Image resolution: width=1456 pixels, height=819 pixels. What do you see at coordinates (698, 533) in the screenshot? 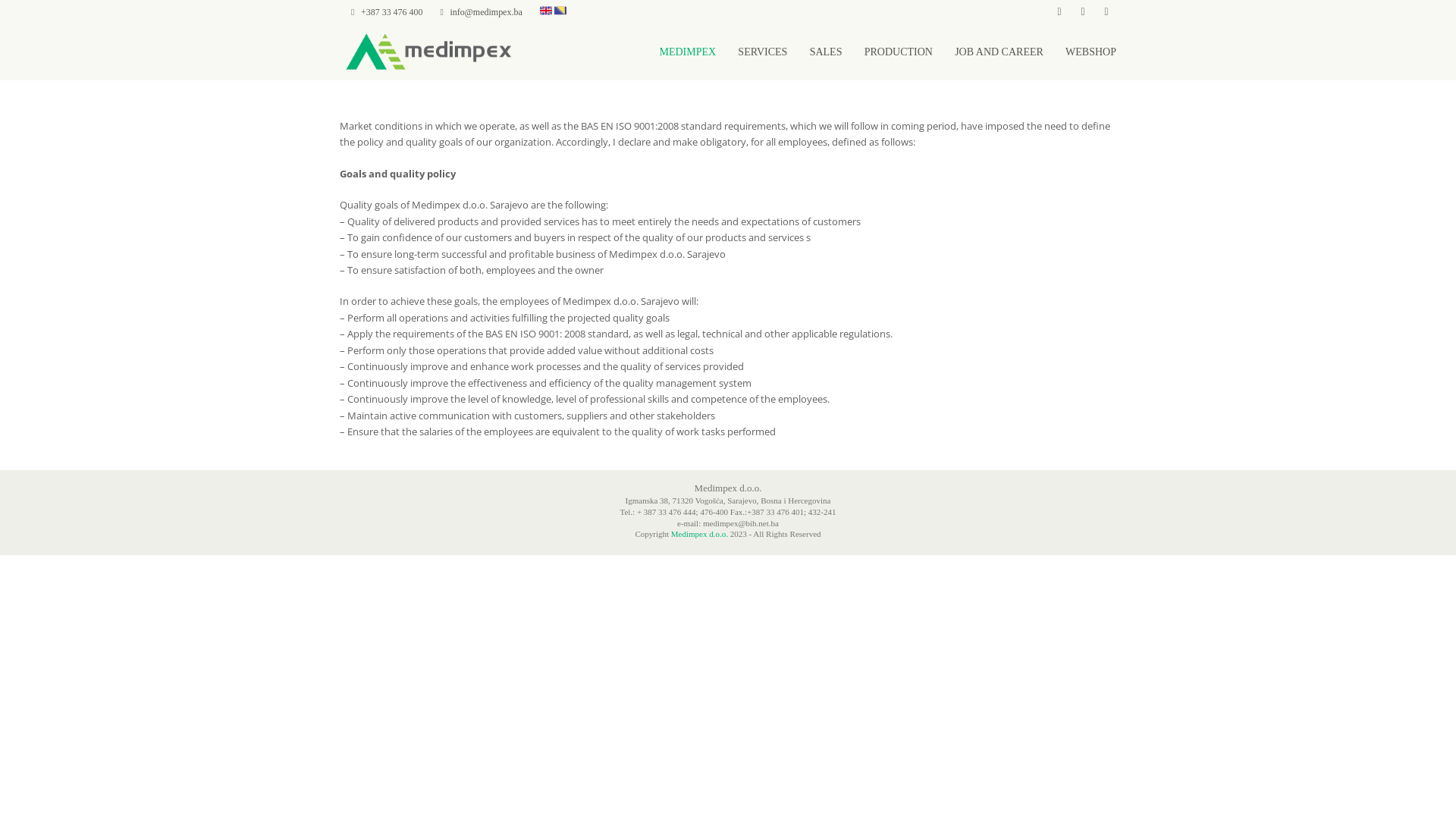
I see `'Medimpex d.o.o.'` at bounding box center [698, 533].